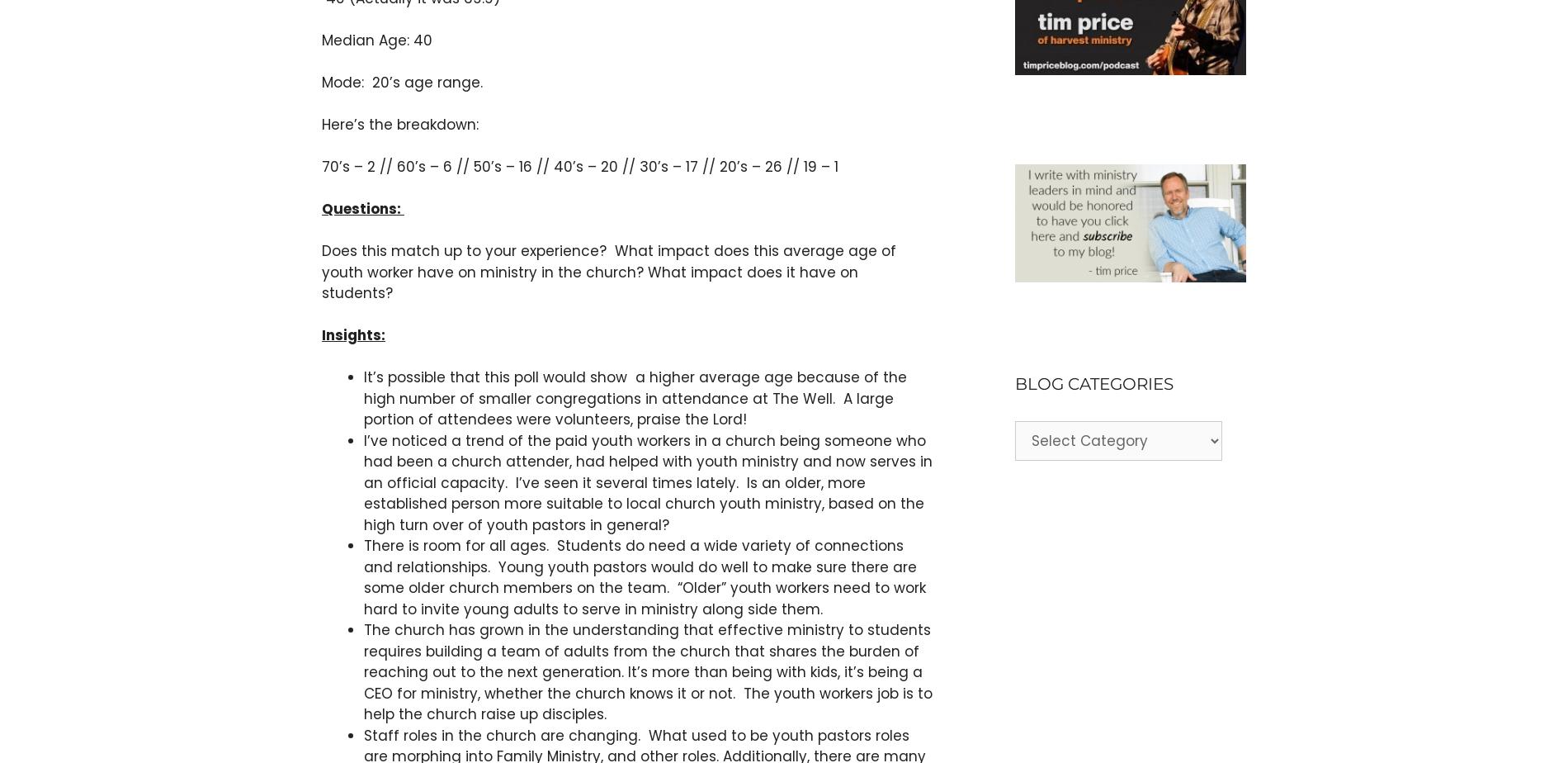  Describe the element at coordinates (362, 398) in the screenshot. I see `'It’s possible that this poll would show  a higher average age because of the high number of smaller congregations in attendance at The Well.  A large portion of attendees were volunteers, praise the Lord!'` at that location.